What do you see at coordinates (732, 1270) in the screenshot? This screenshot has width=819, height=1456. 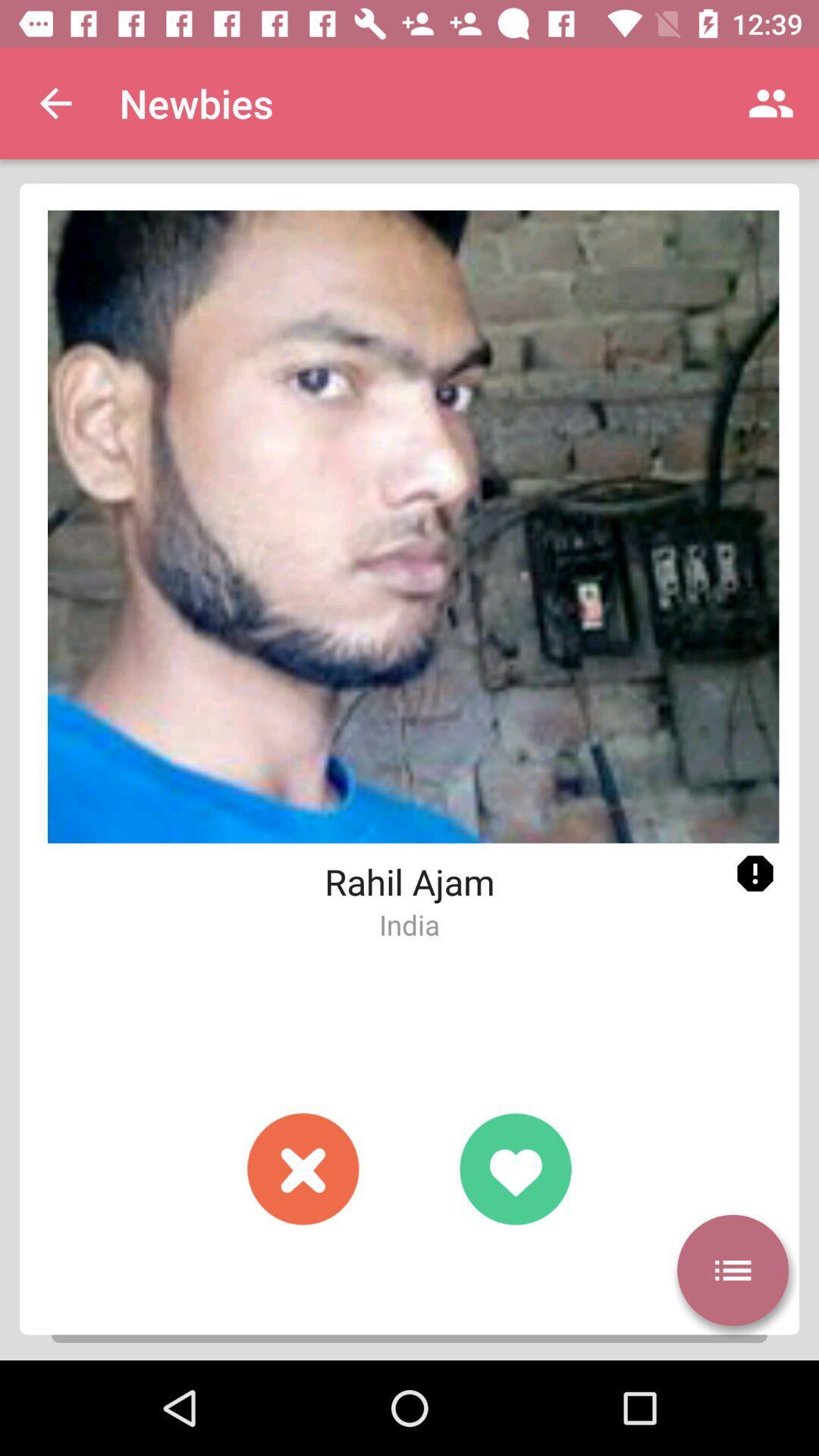 I see `more information` at bounding box center [732, 1270].